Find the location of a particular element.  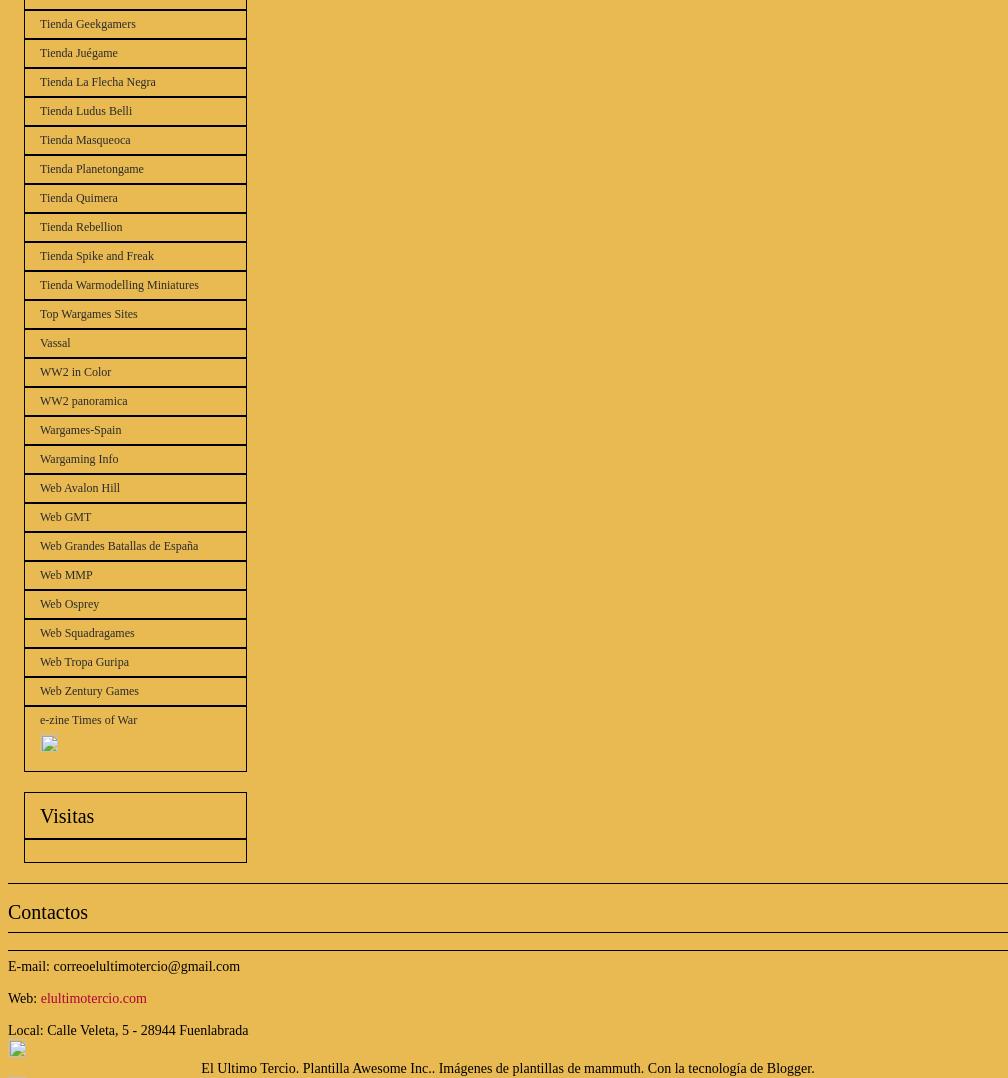

'Web Squadragames' is located at coordinates (86, 632).